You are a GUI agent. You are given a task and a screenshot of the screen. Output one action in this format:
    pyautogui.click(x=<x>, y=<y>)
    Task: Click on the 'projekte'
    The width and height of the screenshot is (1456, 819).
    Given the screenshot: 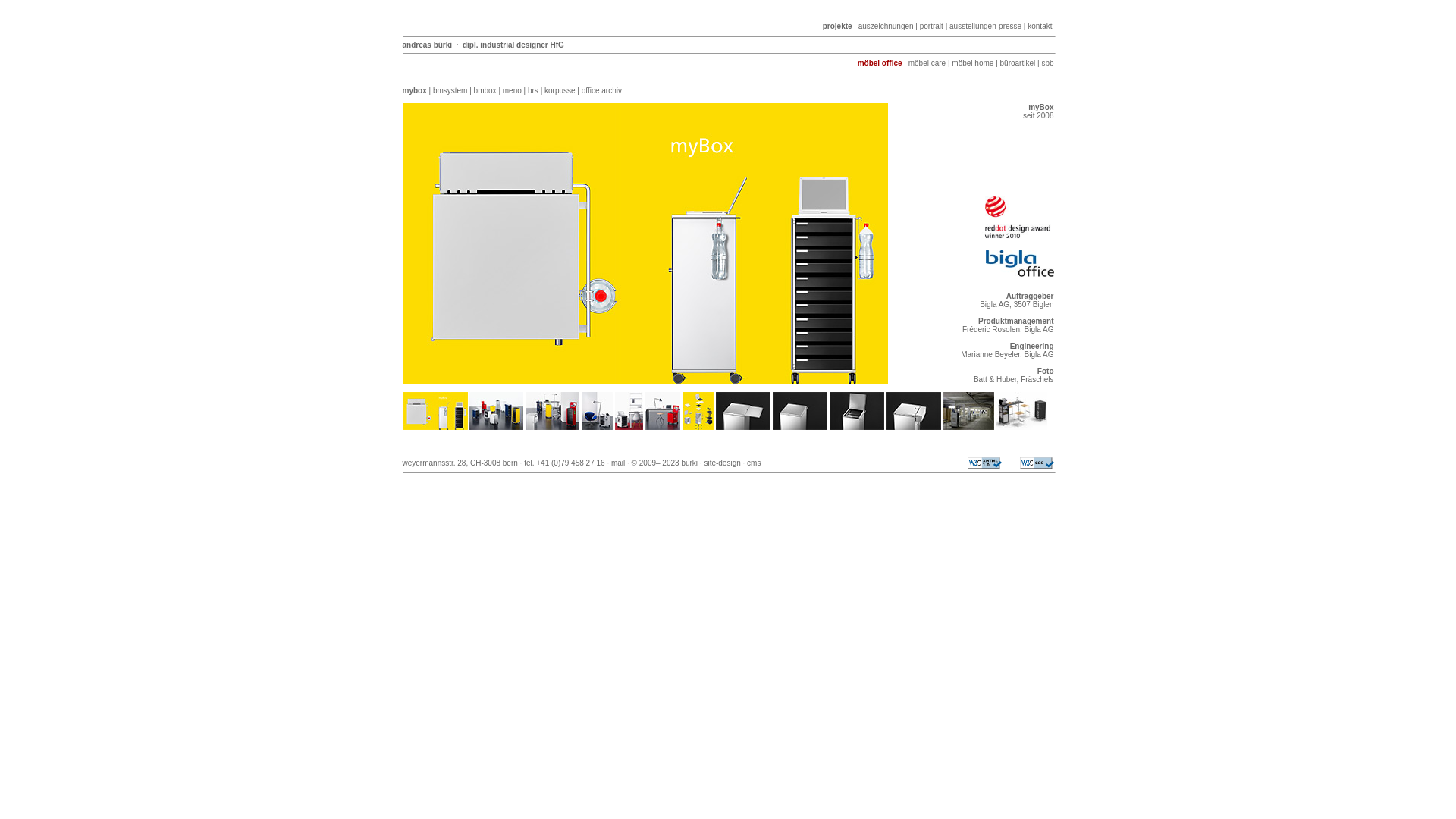 What is the action you would take?
    pyautogui.click(x=821, y=26)
    